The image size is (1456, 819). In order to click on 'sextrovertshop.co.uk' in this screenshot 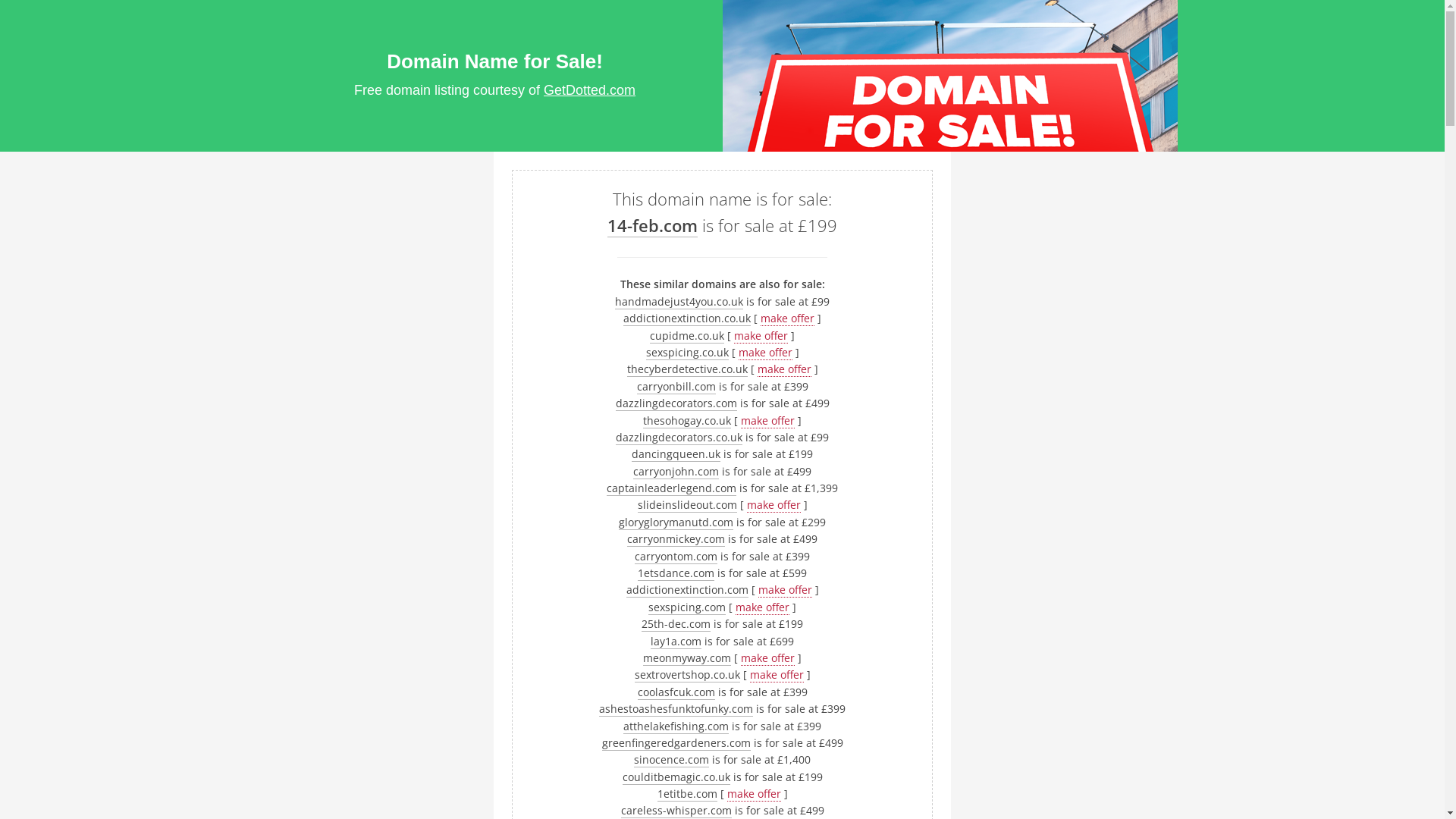, I will do `click(686, 674)`.